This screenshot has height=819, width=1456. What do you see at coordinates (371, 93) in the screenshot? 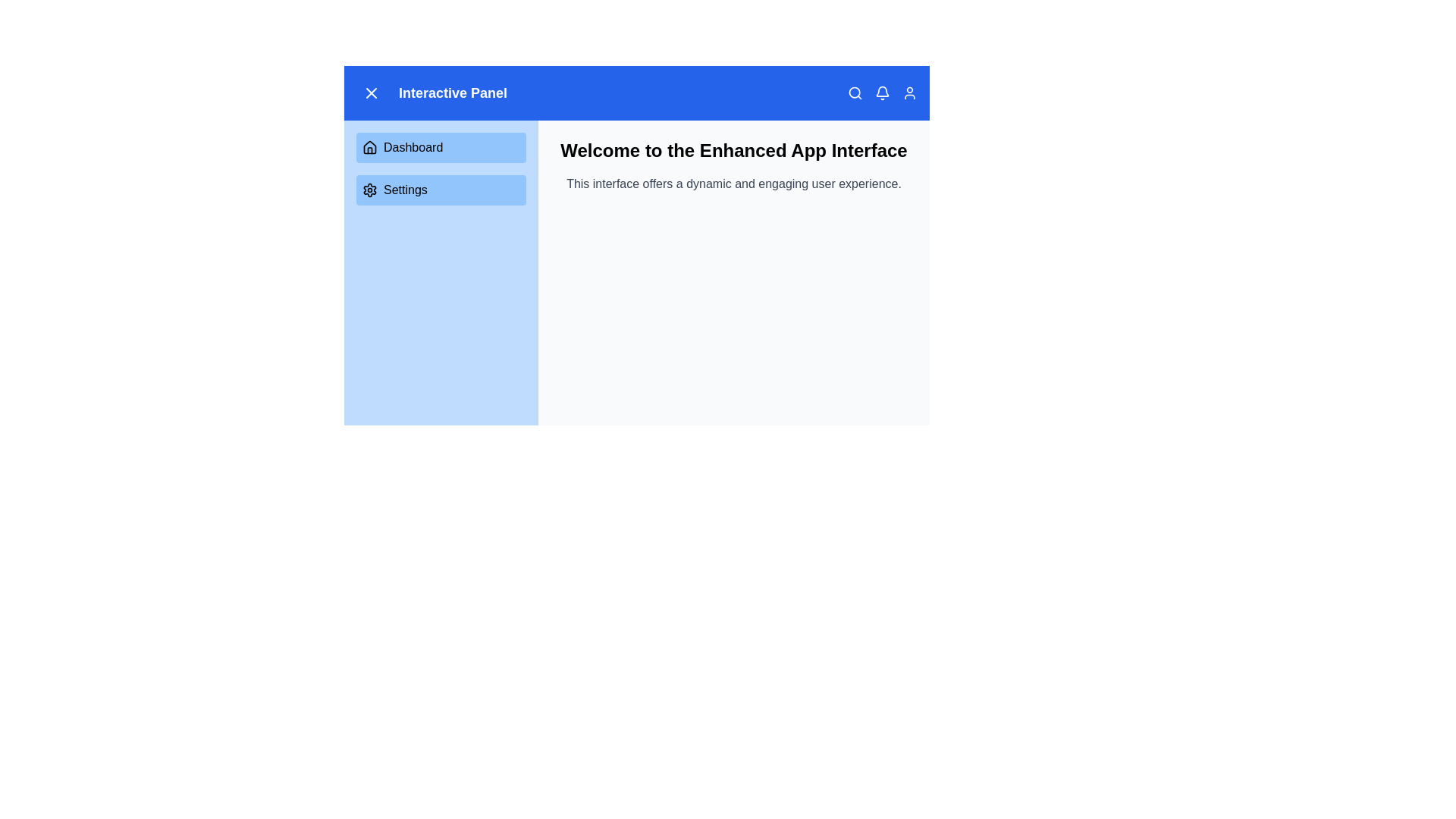
I see `the blue circular button located` at bounding box center [371, 93].